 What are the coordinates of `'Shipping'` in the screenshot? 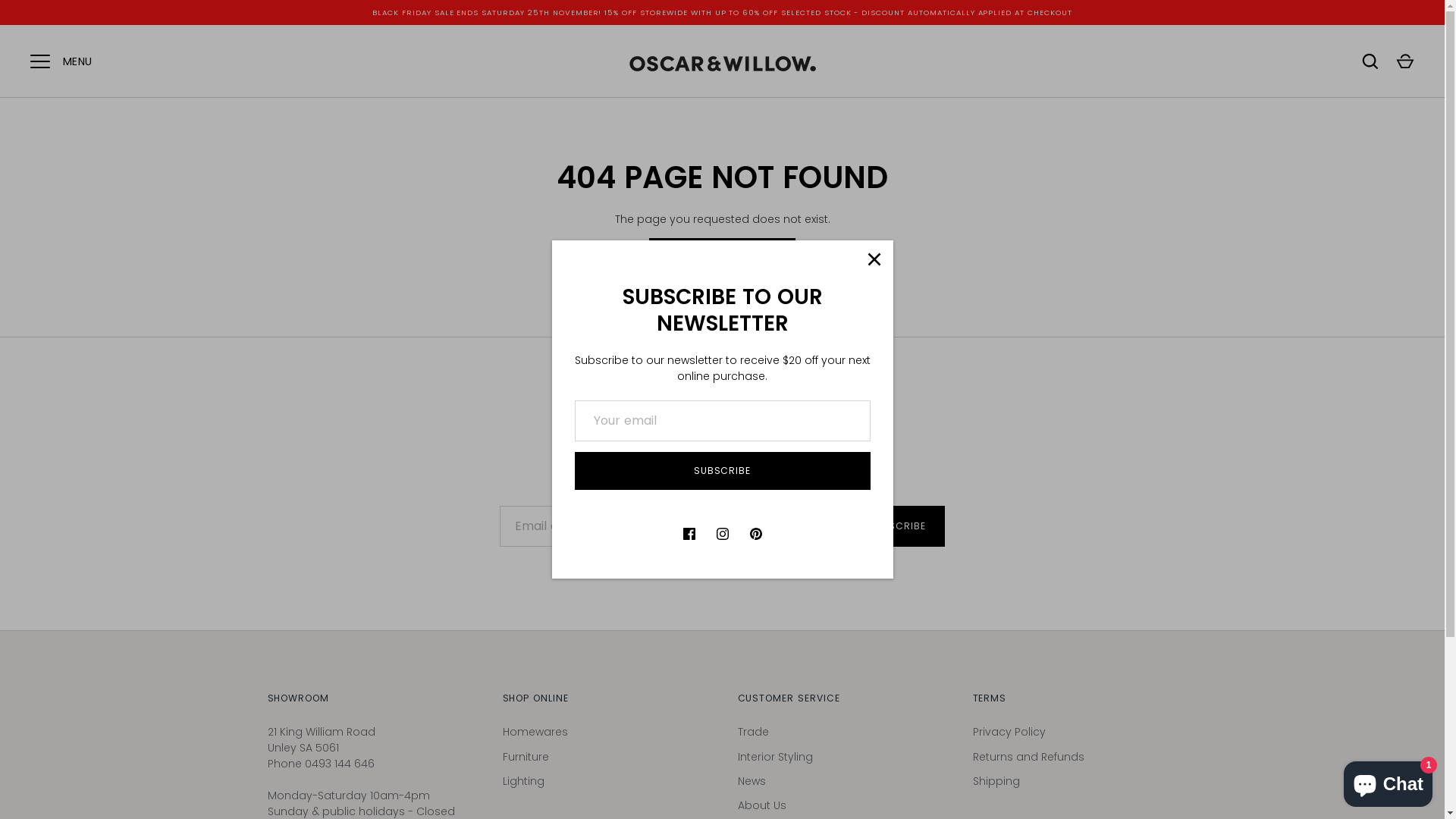 It's located at (996, 780).